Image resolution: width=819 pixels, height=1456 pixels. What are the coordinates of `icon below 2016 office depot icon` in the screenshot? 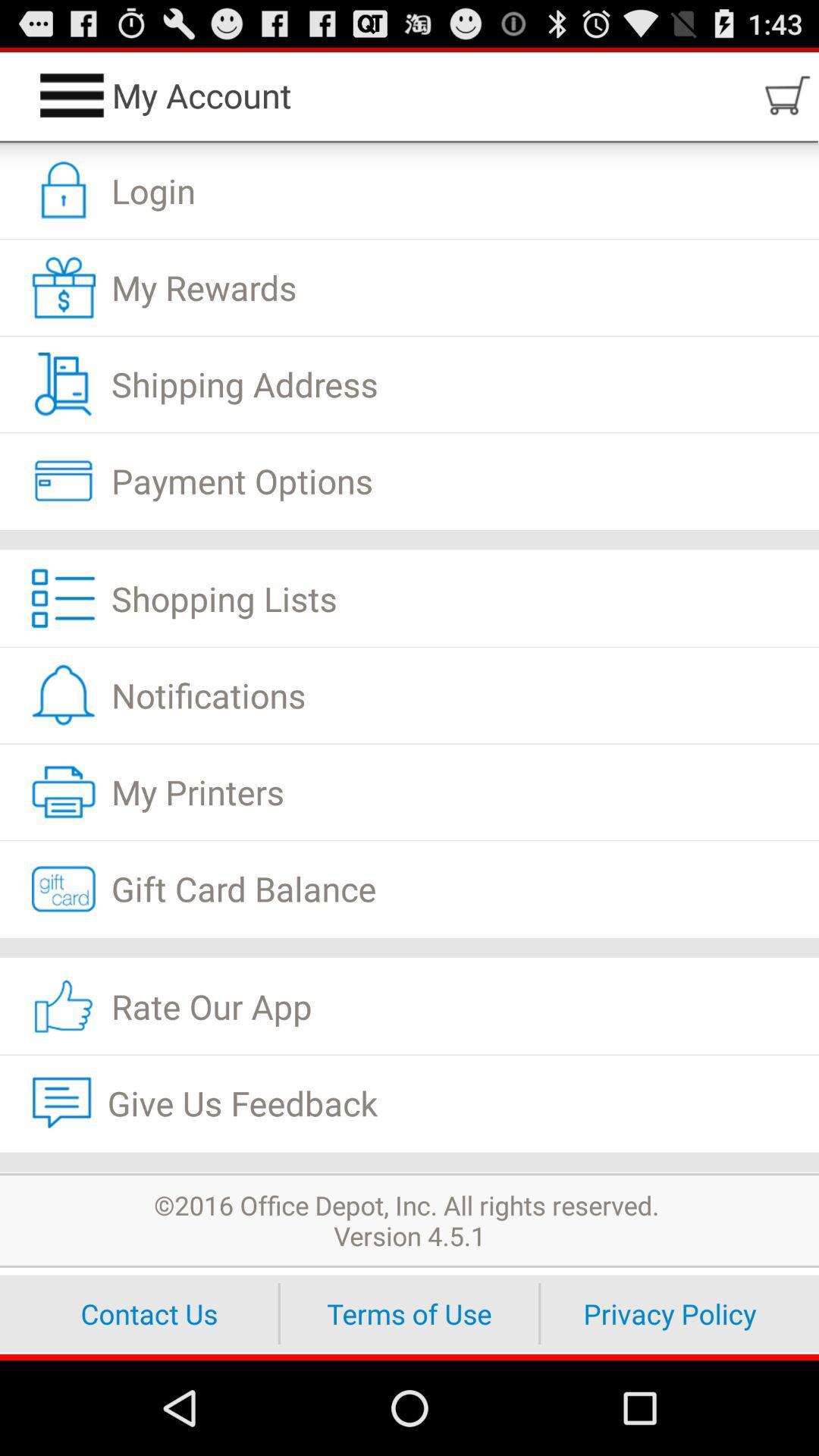 It's located at (669, 1313).